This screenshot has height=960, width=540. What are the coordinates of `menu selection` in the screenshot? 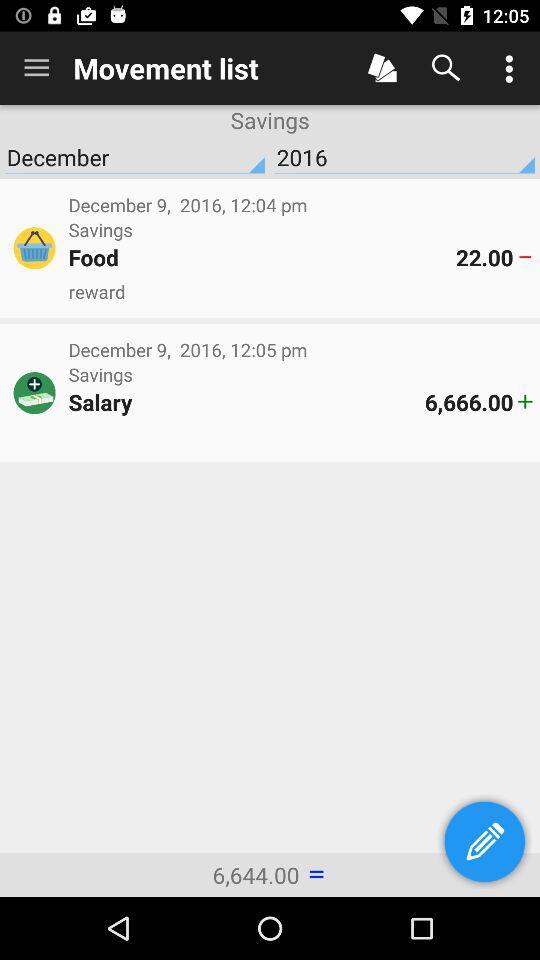 It's located at (382, 68).